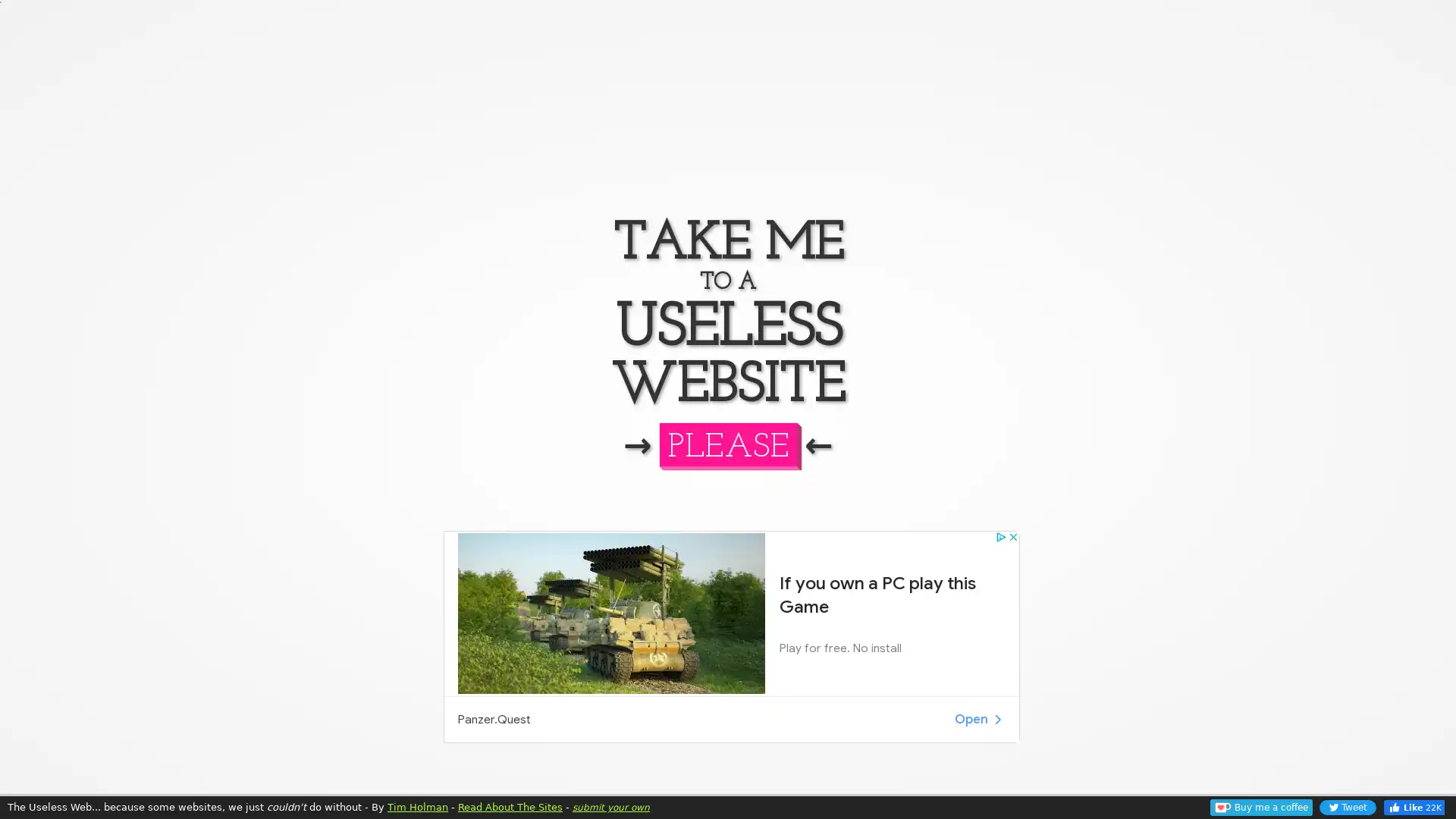  What do you see at coordinates (726, 444) in the screenshot?
I see `PLEASE` at bounding box center [726, 444].